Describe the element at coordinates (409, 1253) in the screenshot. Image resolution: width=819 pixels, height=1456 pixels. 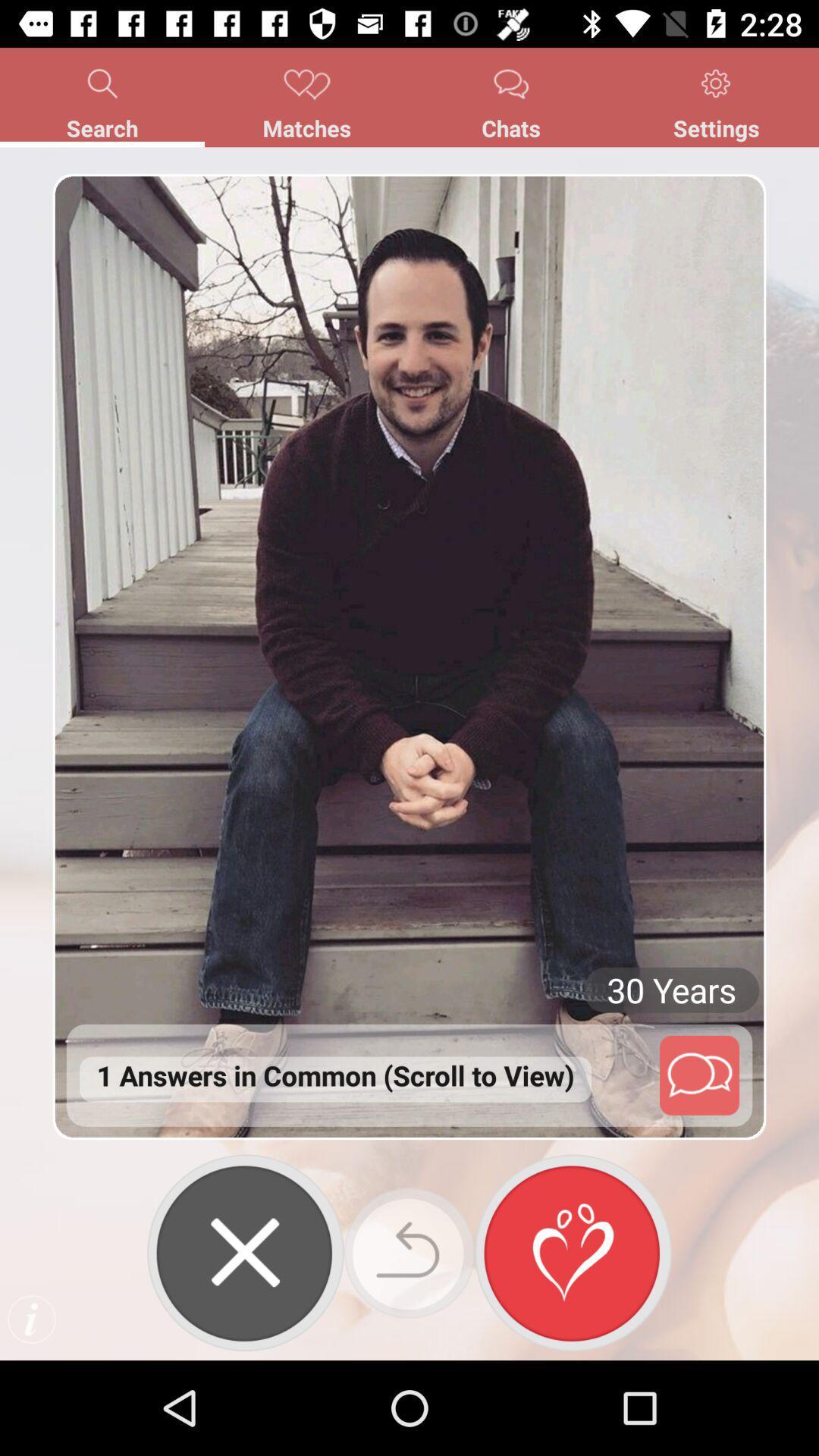
I see `the undo icon` at that location.